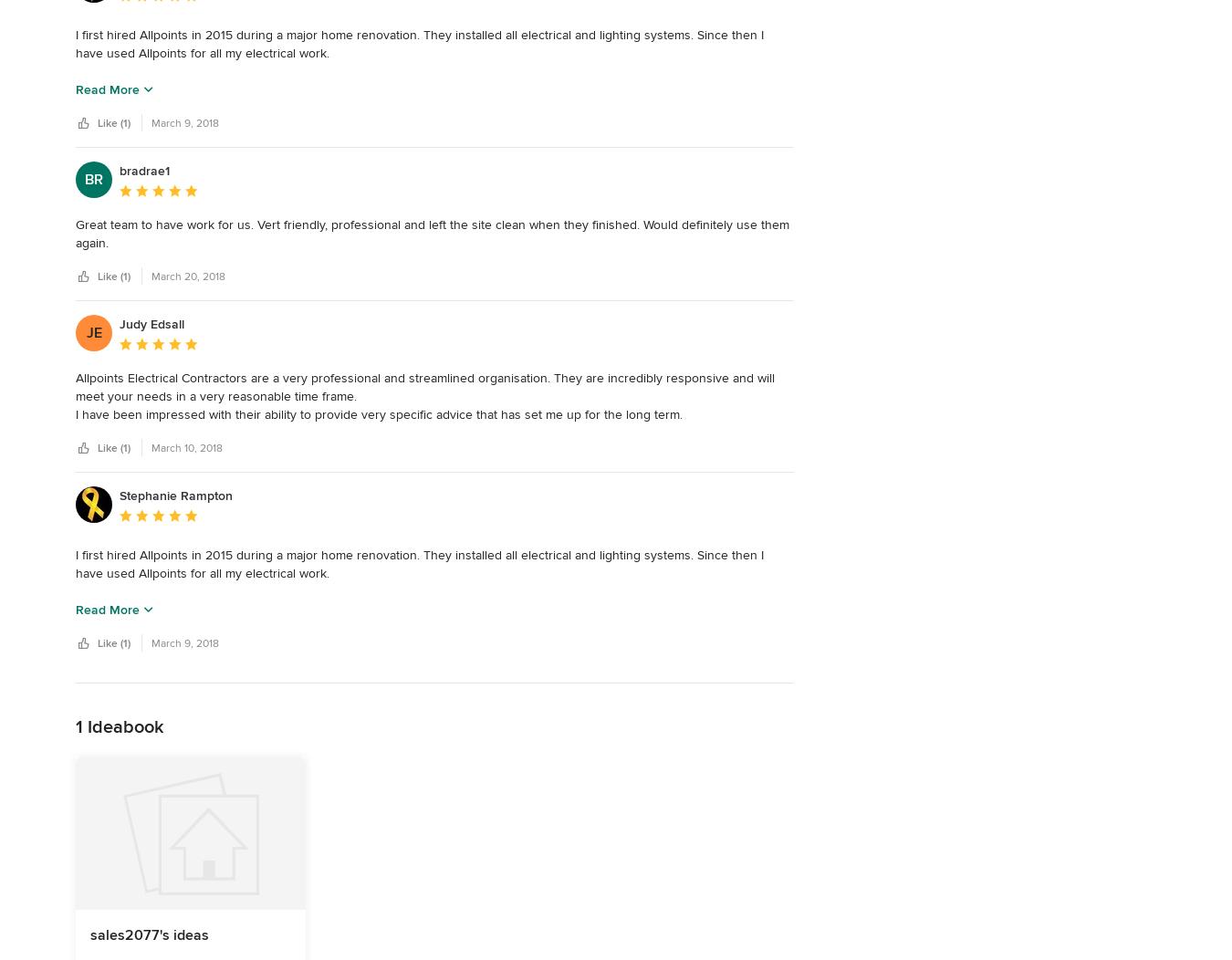  Describe the element at coordinates (187, 446) in the screenshot. I see `'March 10, 2018'` at that location.